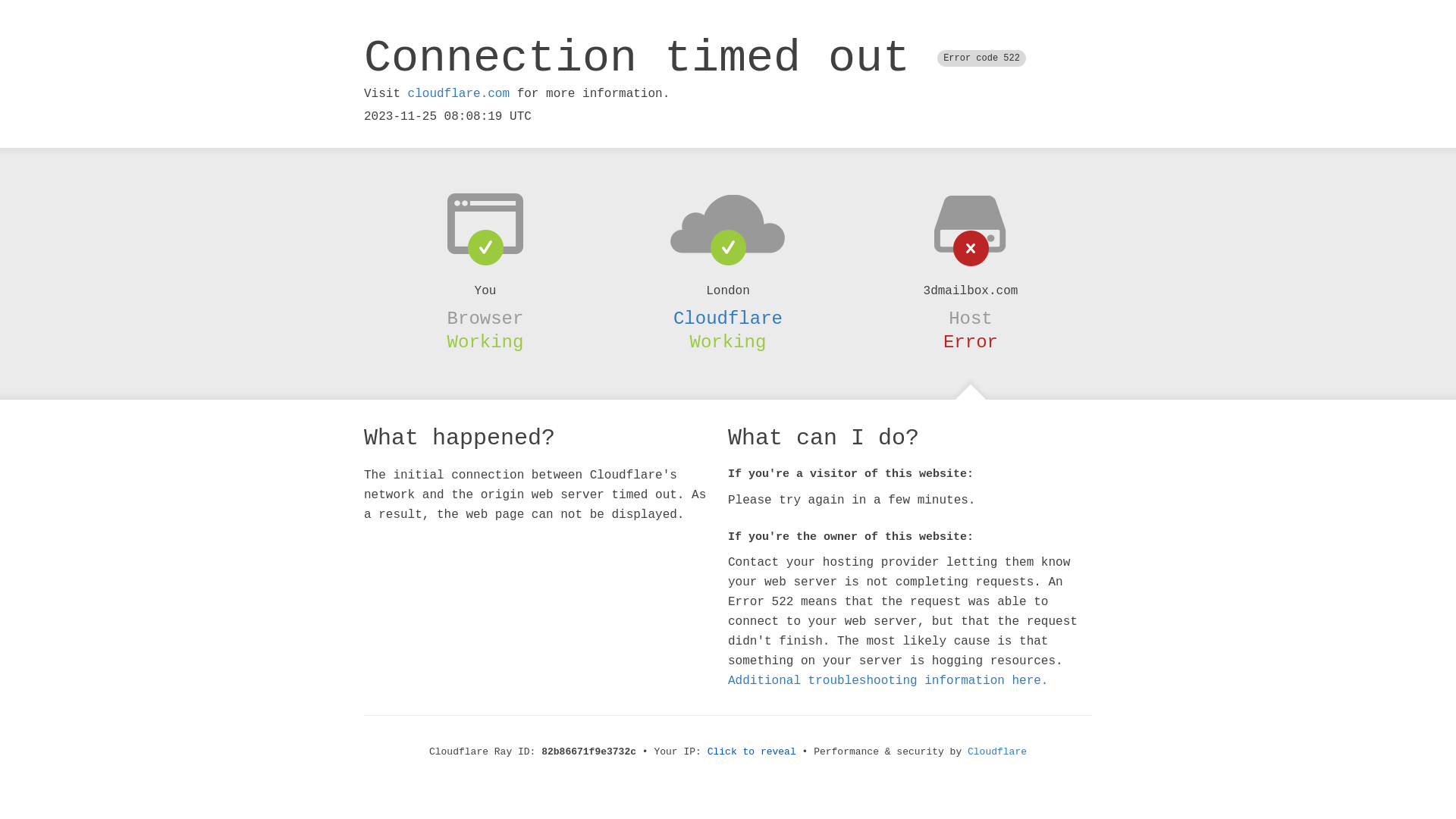 The width and height of the screenshot is (1456, 819). What do you see at coordinates (457, 93) in the screenshot?
I see `'cloudflare.com'` at bounding box center [457, 93].